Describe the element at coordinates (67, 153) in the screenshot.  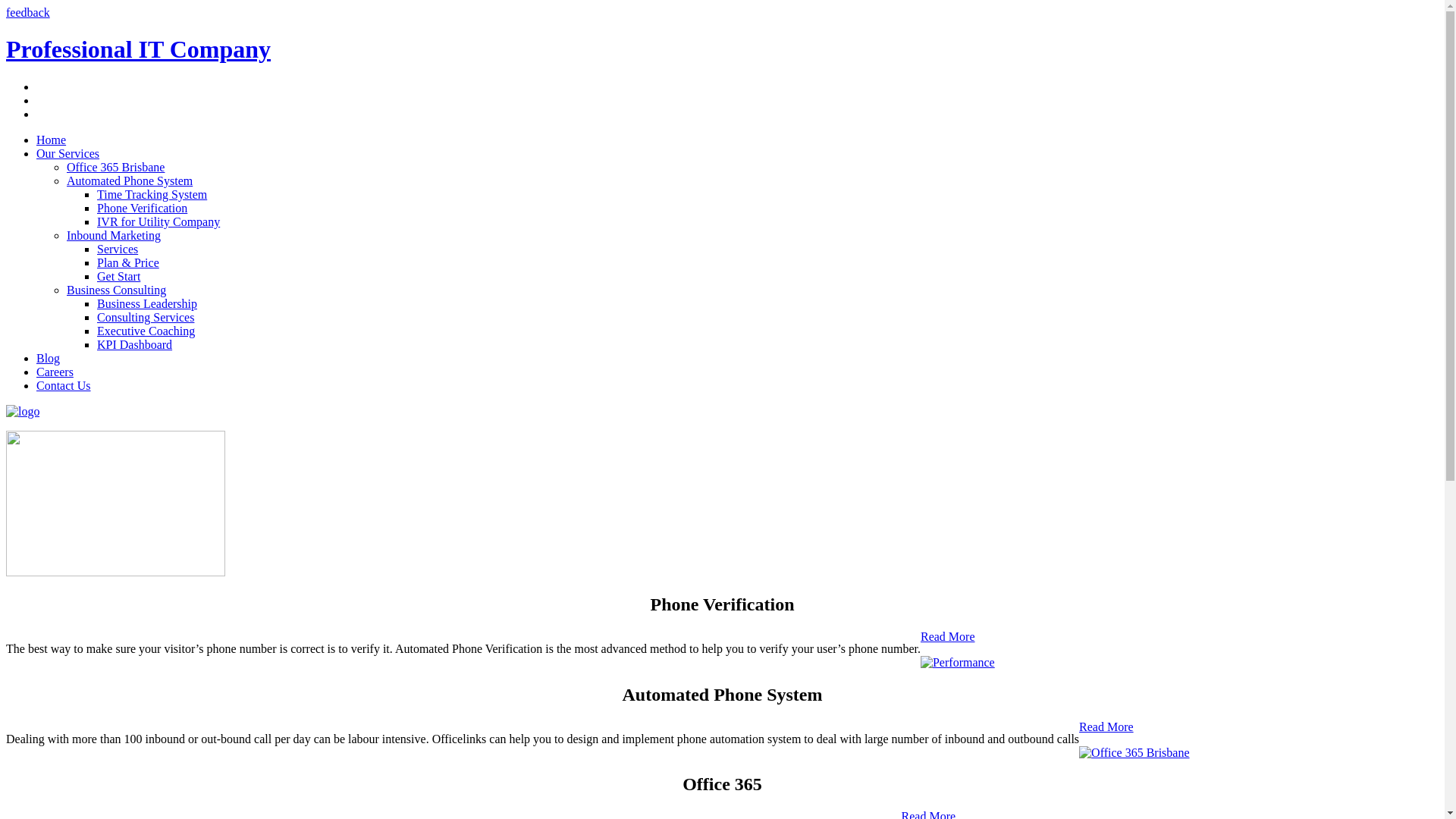
I see `'Our Services'` at that location.